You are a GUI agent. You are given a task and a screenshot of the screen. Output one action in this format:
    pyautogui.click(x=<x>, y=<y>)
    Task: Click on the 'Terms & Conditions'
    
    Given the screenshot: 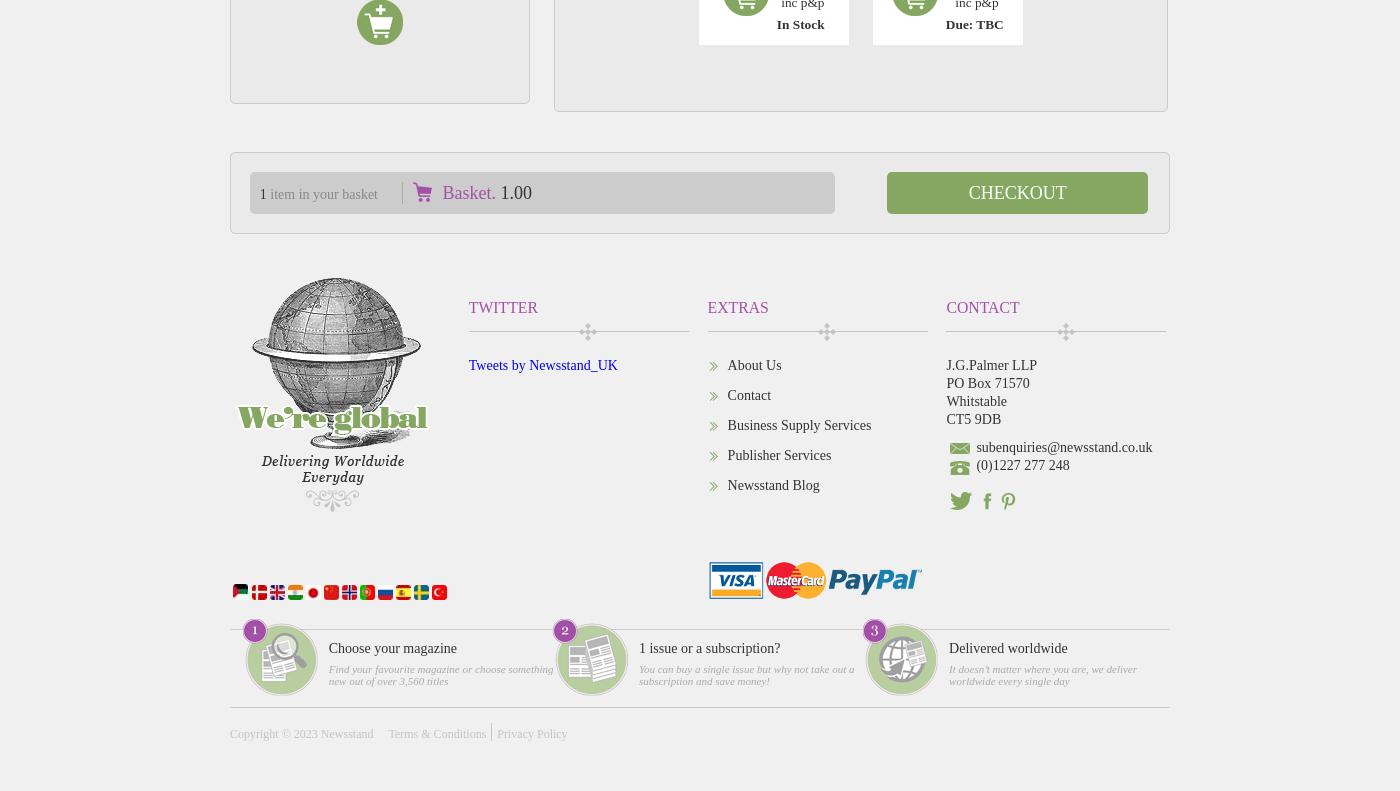 What is the action you would take?
    pyautogui.click(x=436, y=732)
    